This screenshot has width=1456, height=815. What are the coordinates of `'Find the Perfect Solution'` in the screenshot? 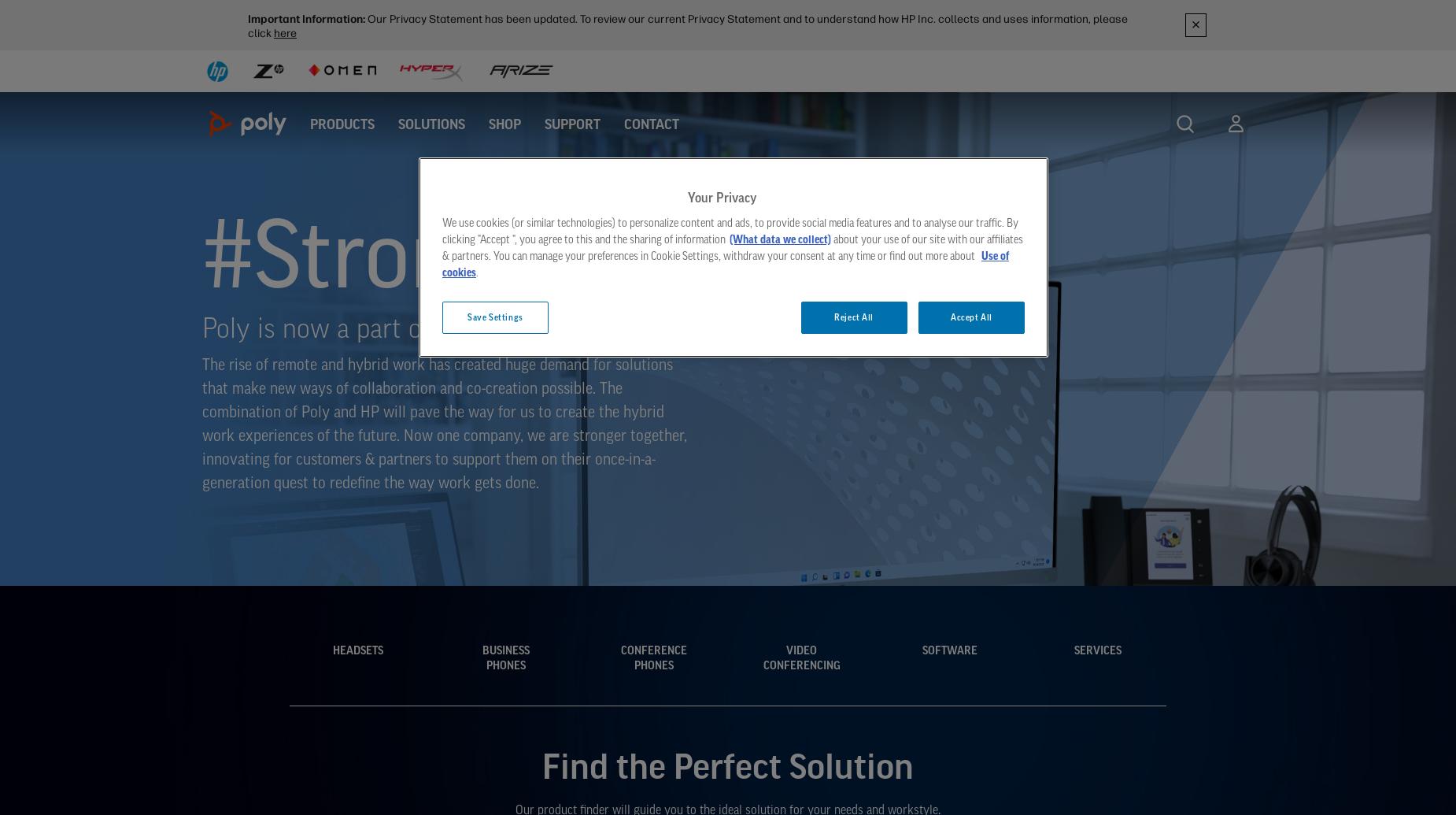 It's located at (541, 764).